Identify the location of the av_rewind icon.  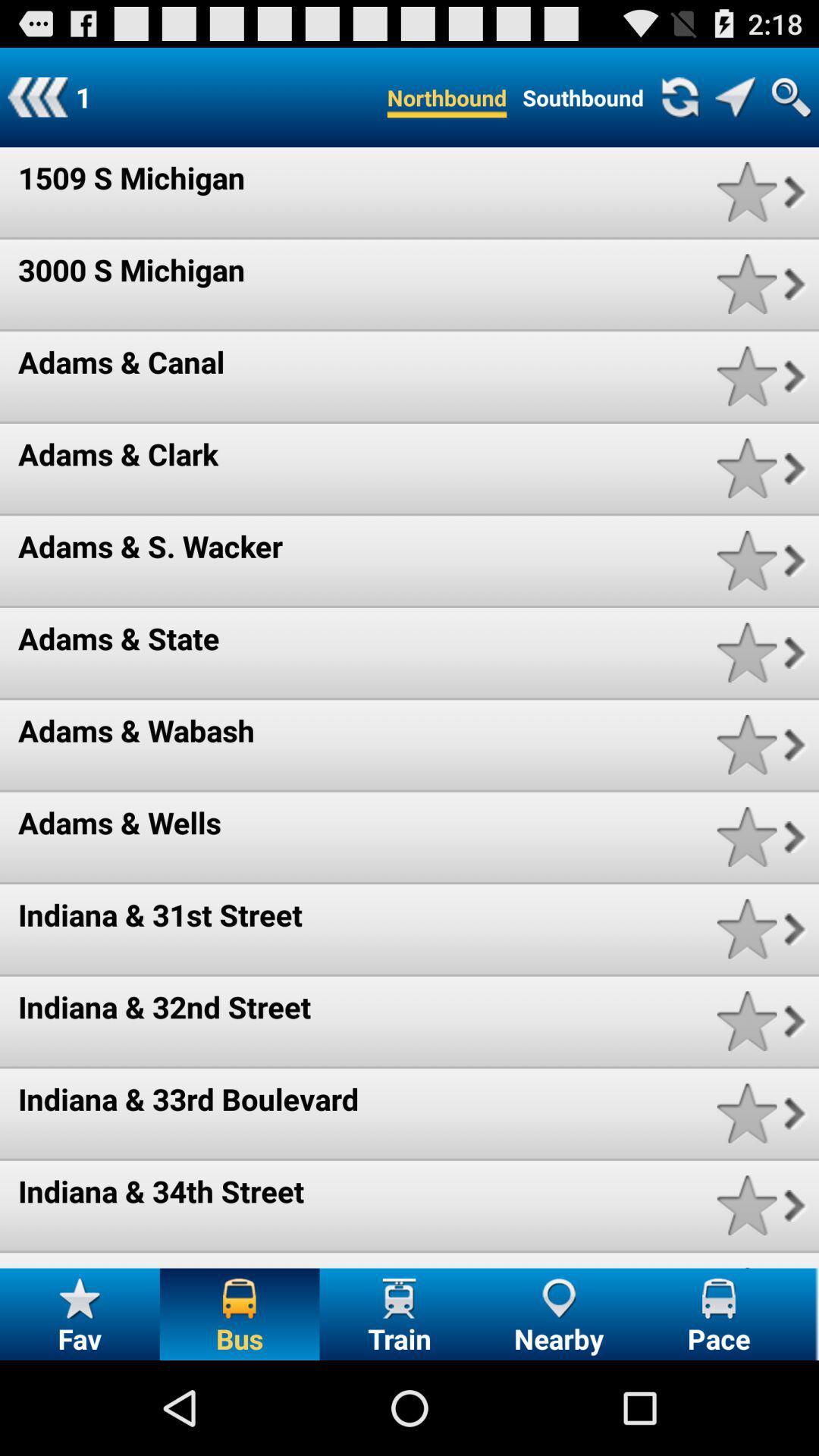
(36, 103).